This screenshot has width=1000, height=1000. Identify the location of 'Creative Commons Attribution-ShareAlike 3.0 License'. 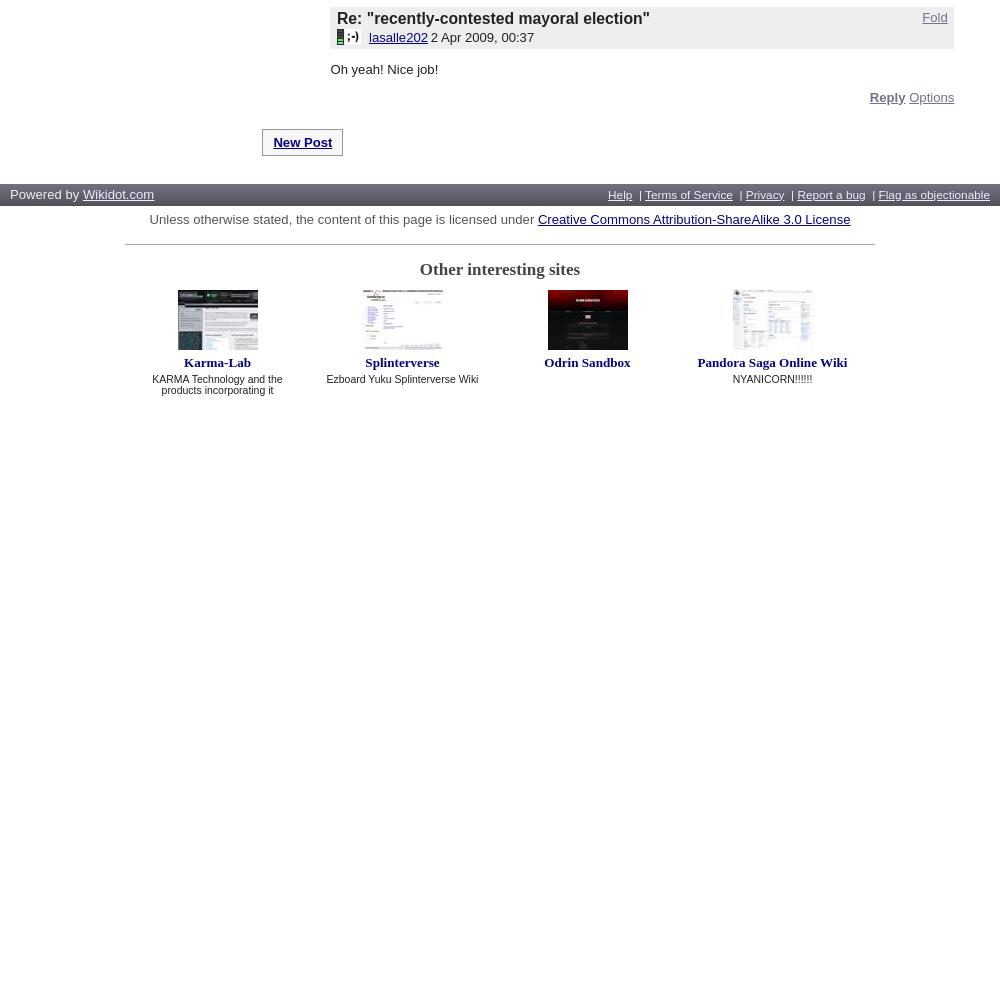
(692, 218).